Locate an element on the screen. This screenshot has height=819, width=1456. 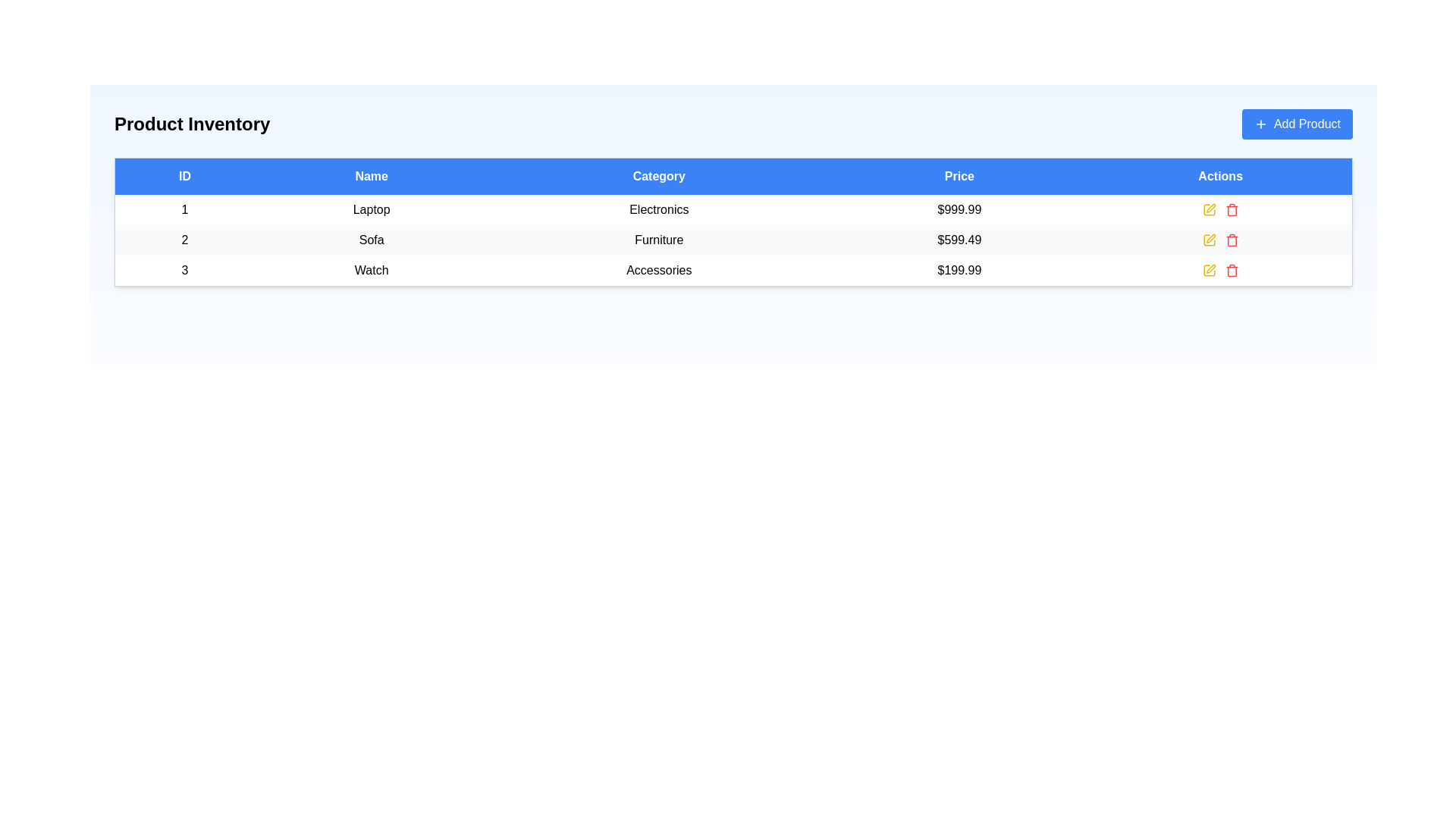
the 'Electronics' text label, which is a plain white label with black sans-serif text located in the third column of the first data row under the 'Category' header is located at coordinates (659, 210).